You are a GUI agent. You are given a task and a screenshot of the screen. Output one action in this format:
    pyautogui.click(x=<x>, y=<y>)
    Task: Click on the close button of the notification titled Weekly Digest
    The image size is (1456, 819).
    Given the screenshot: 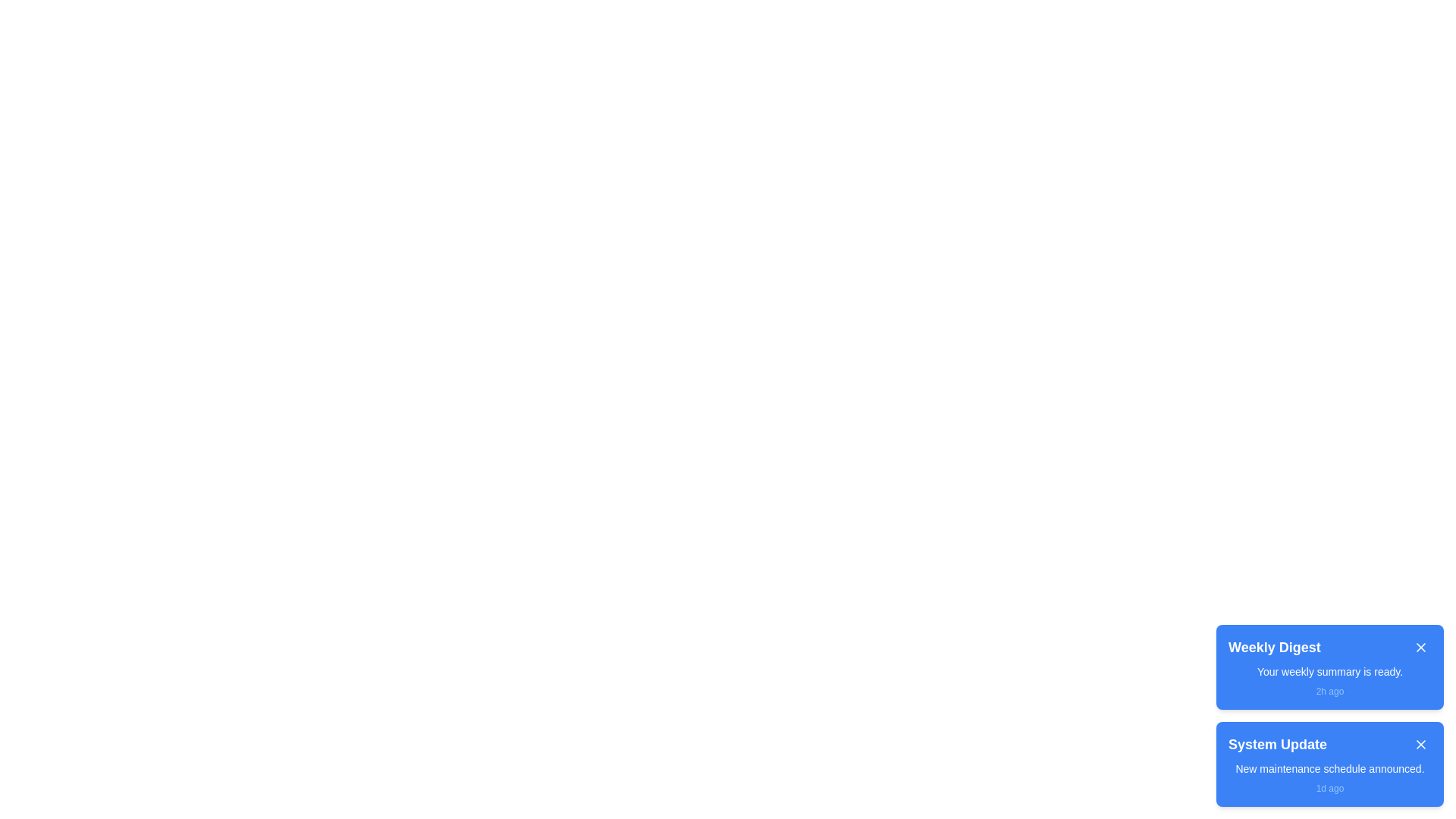 What is the action you would take?
    pyautogui.click(x=1420, y=647)
    